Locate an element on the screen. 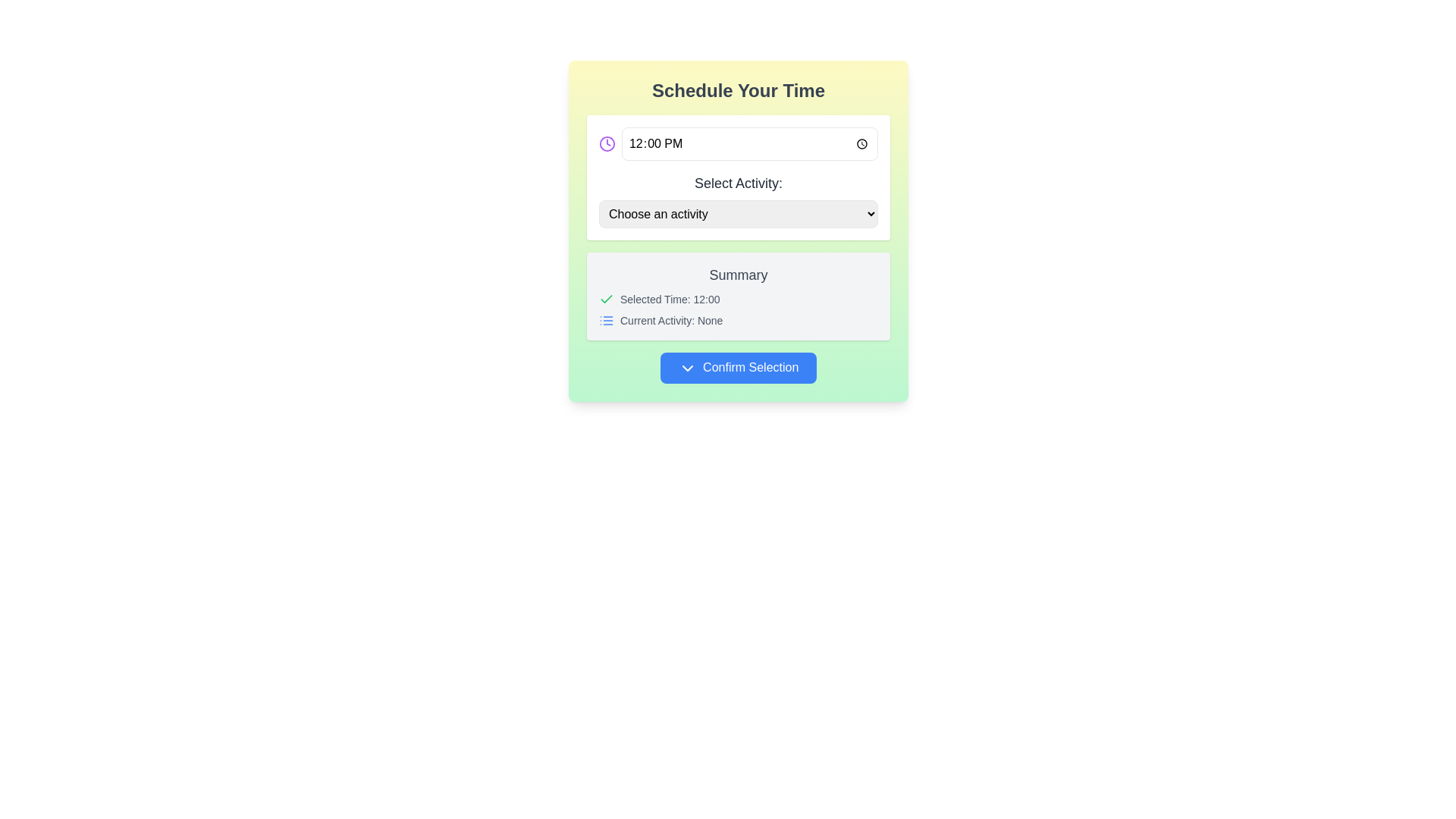 The image size is (1456, 819). the dropdown menu labeled 'Choose an activity' by tabbing into it is located at coordinates (739, 214).